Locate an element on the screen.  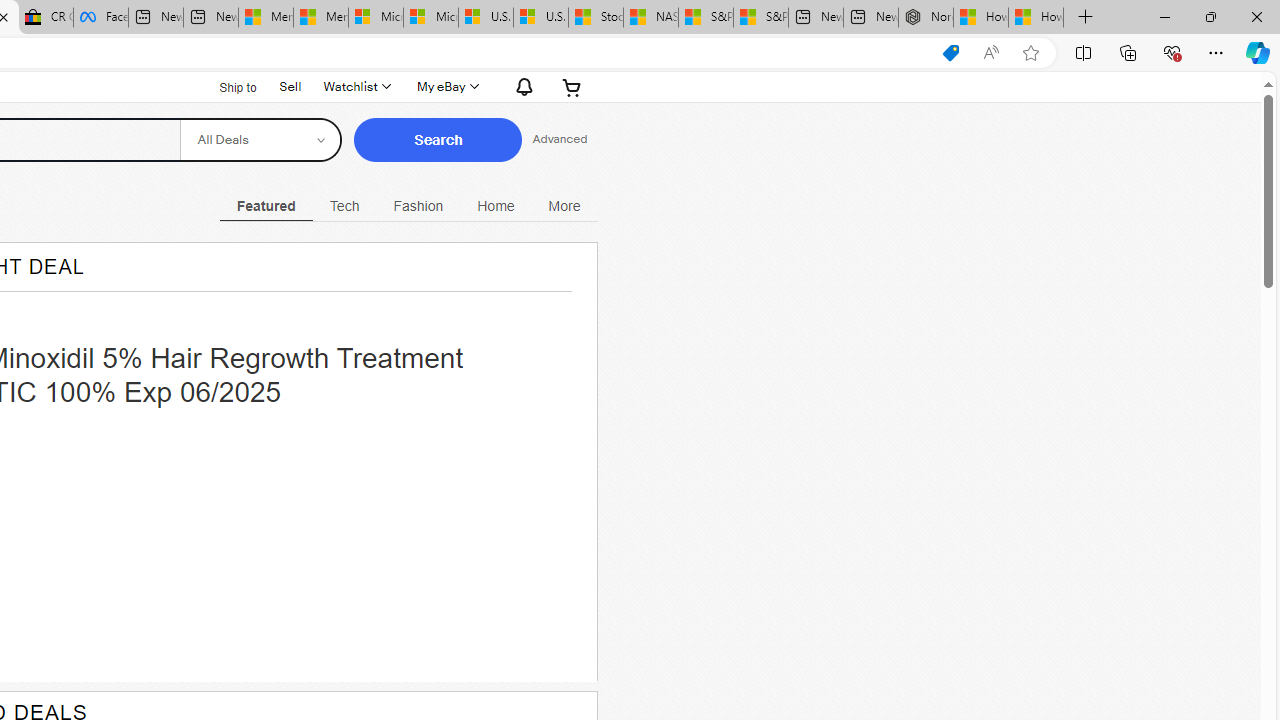
'Tech' is located at coordinates (344, 205).